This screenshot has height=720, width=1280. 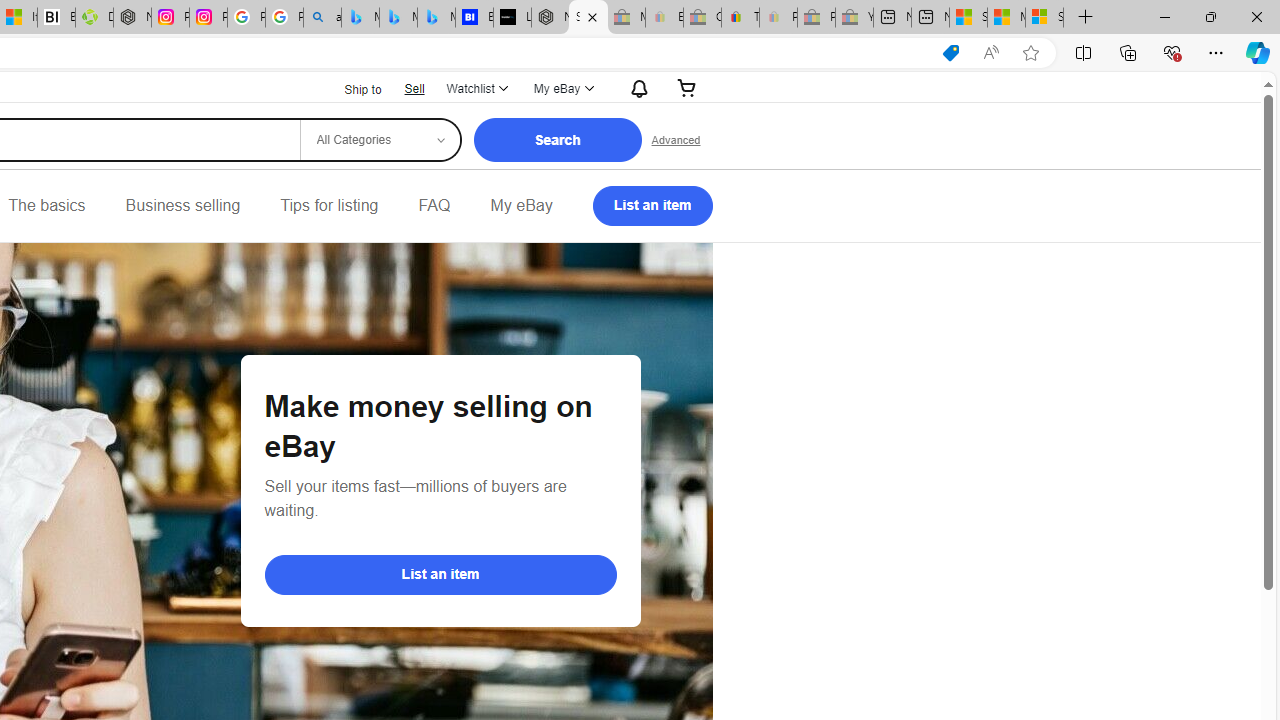 I want to click on 'This site has coupons! Shopping in Microsoft Edge', so click(x=950, y=52).